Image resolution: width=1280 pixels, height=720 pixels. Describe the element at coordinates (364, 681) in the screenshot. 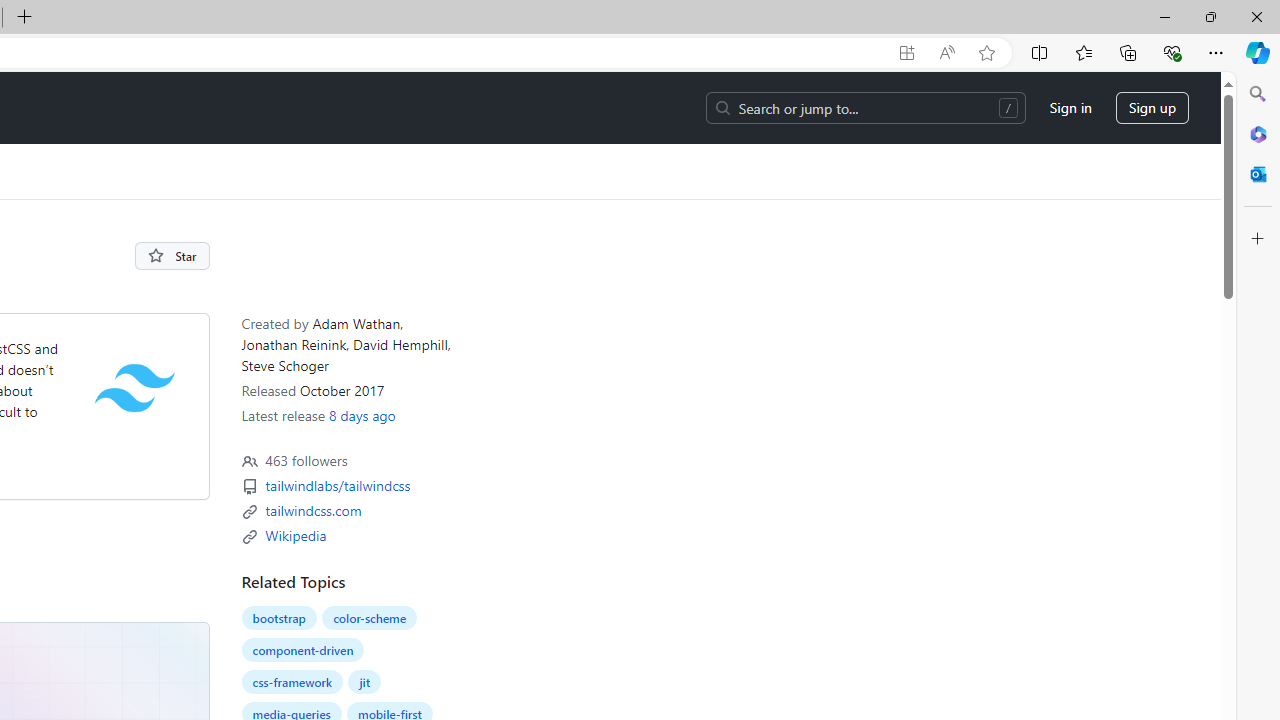

I see `'jit'` at that location.